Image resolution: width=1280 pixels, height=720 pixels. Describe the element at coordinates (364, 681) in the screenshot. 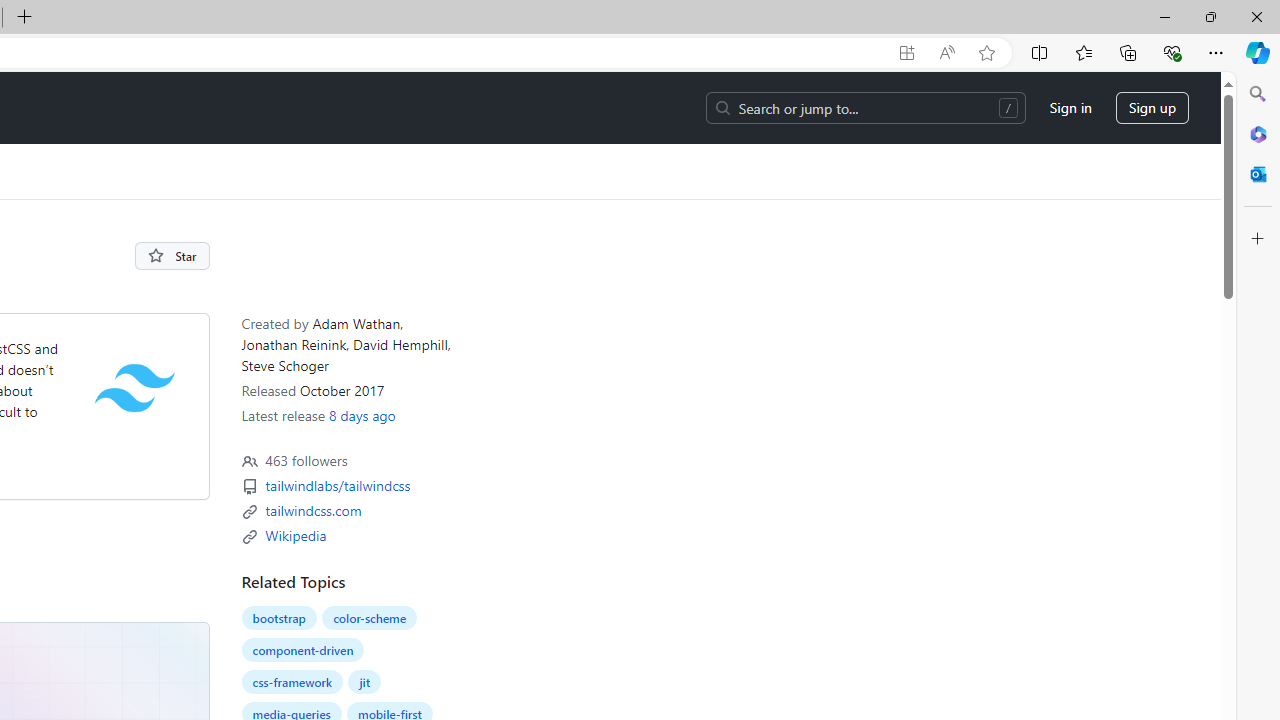

I see `'jit'` at that location.